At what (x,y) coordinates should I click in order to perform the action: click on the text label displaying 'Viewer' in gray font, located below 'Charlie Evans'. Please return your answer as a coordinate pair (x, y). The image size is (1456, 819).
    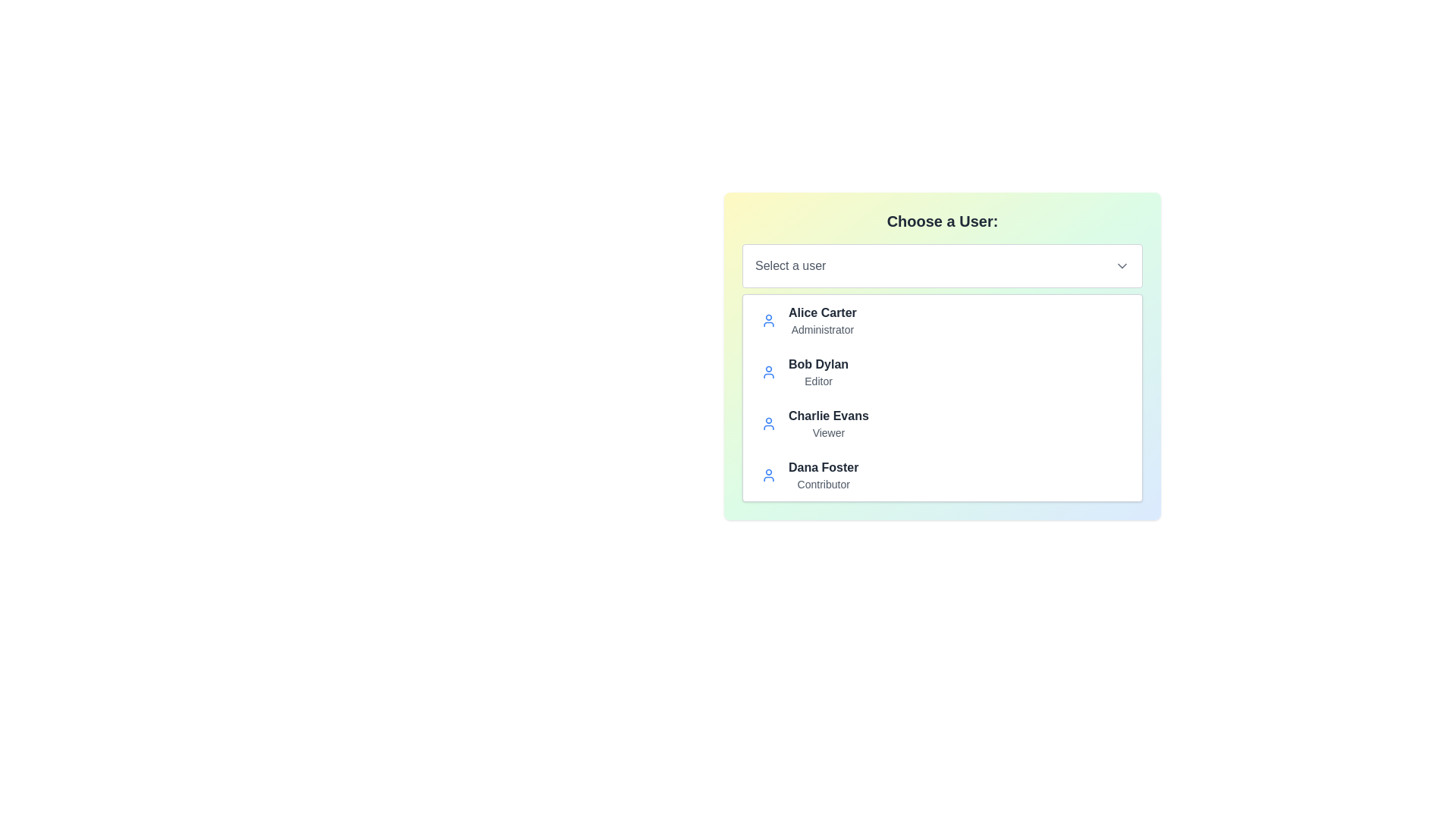
    Looking at the image, I should click on (827, 432).